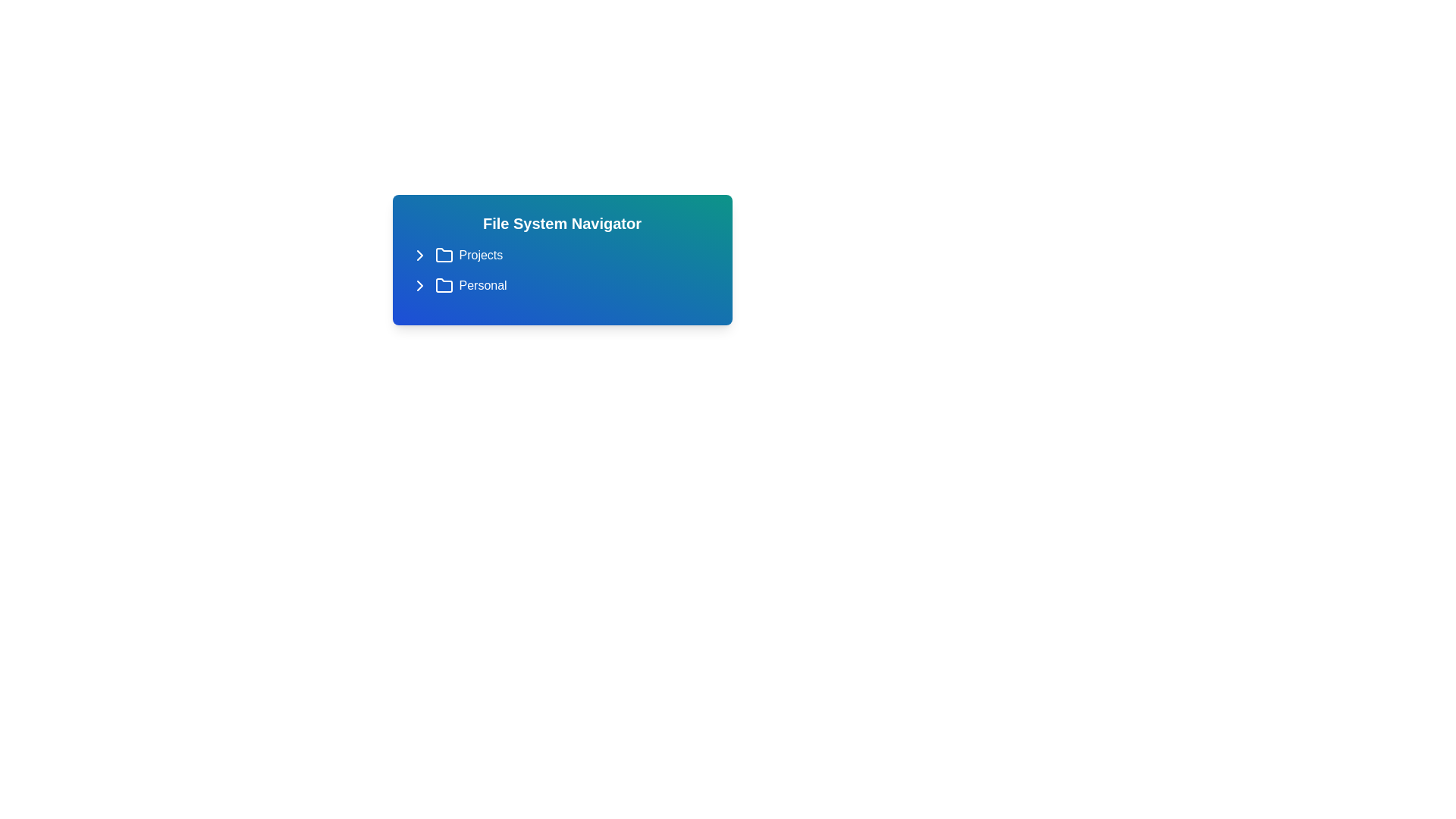 The image size is (1456, 819). I want to click on the folder icon to toggle its expanded state. Specify the folder name as Personal, so click(419, 286).